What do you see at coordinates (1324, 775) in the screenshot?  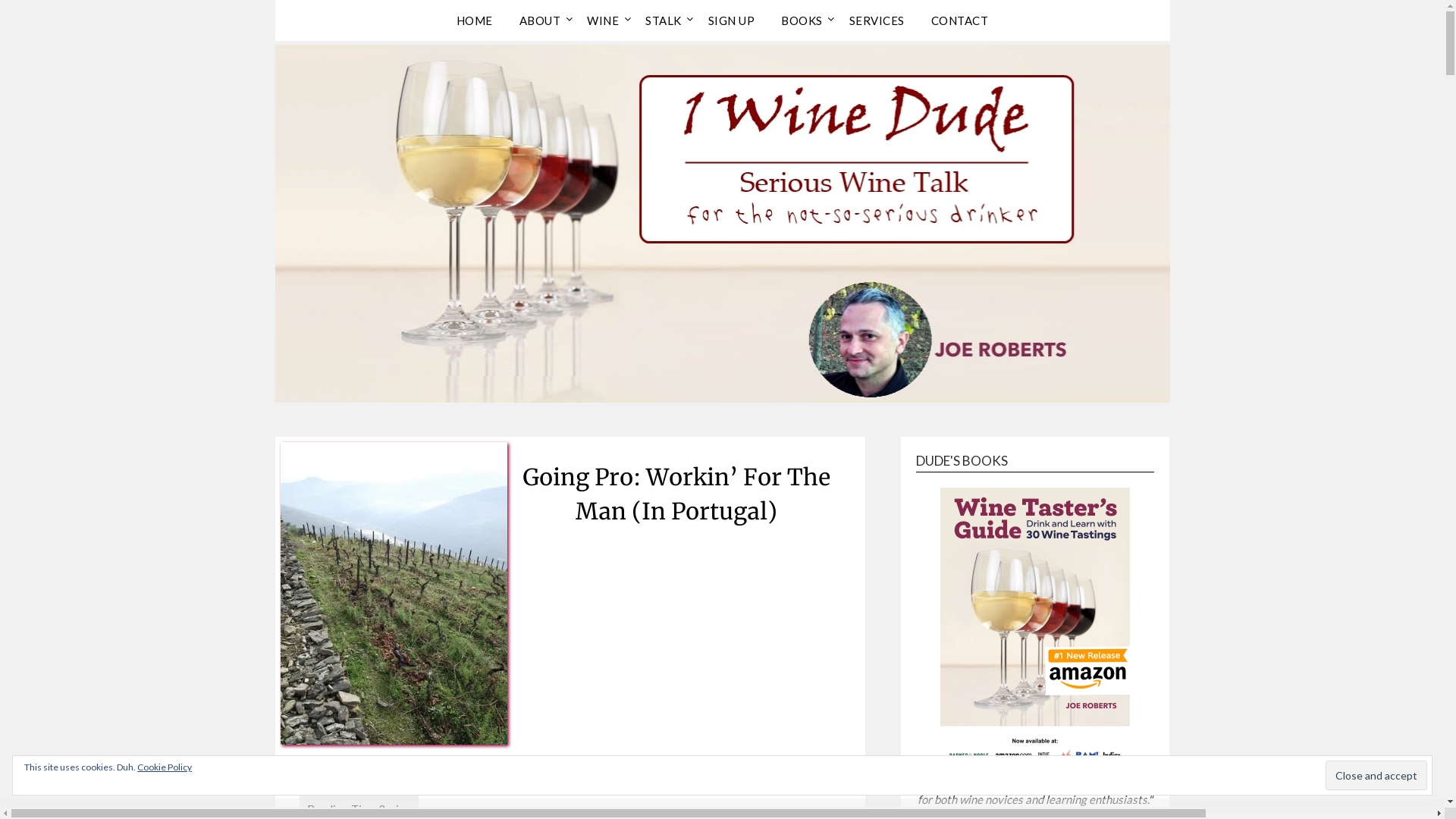 I see `'Close and accept'` at bounding box center [1324, 775].